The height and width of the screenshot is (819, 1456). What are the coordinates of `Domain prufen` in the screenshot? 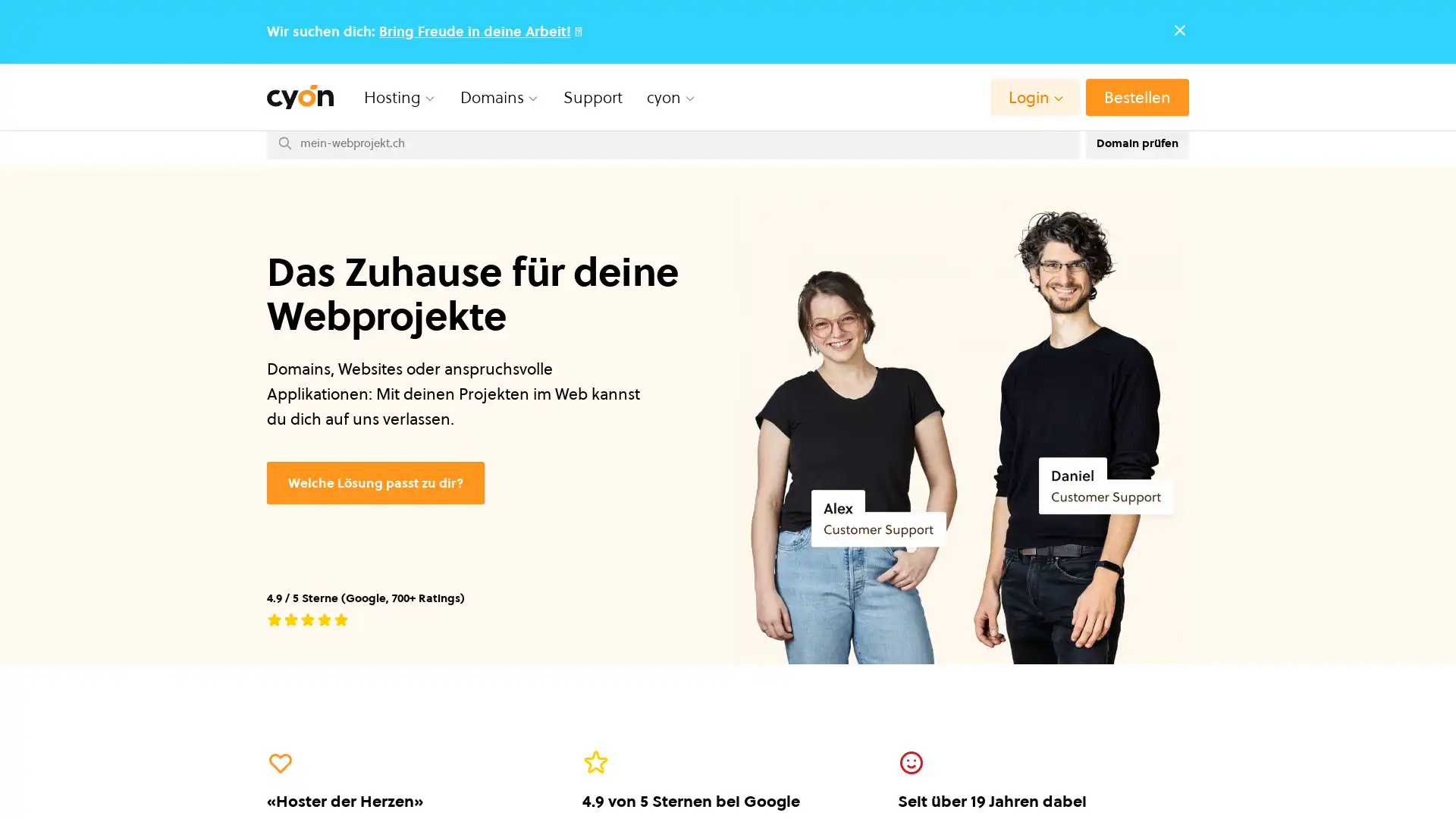 It's located at (1137, 143).